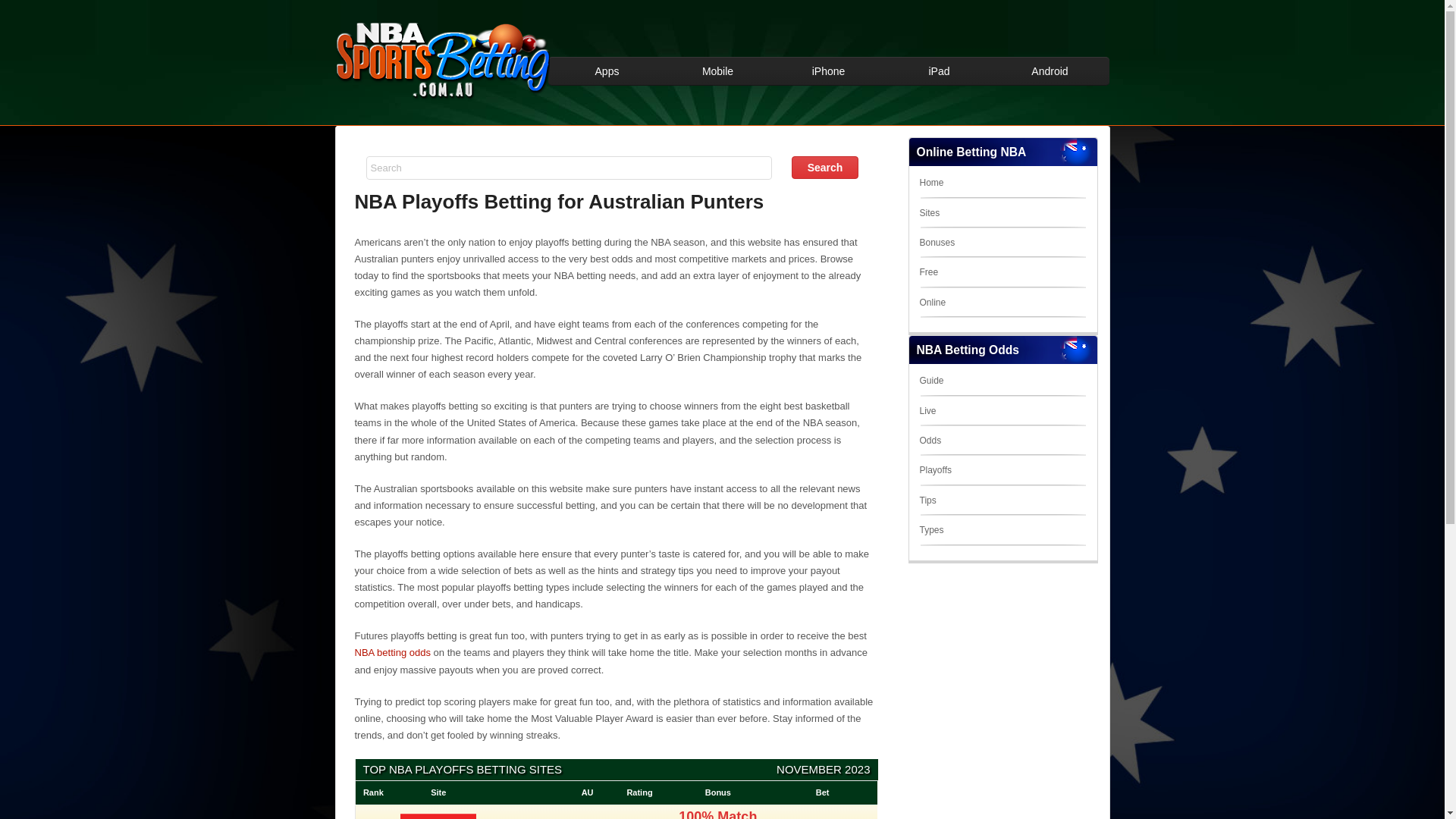 This screenshot has width=1456, height=819. I want to click on 'Home', so click(930, 181).